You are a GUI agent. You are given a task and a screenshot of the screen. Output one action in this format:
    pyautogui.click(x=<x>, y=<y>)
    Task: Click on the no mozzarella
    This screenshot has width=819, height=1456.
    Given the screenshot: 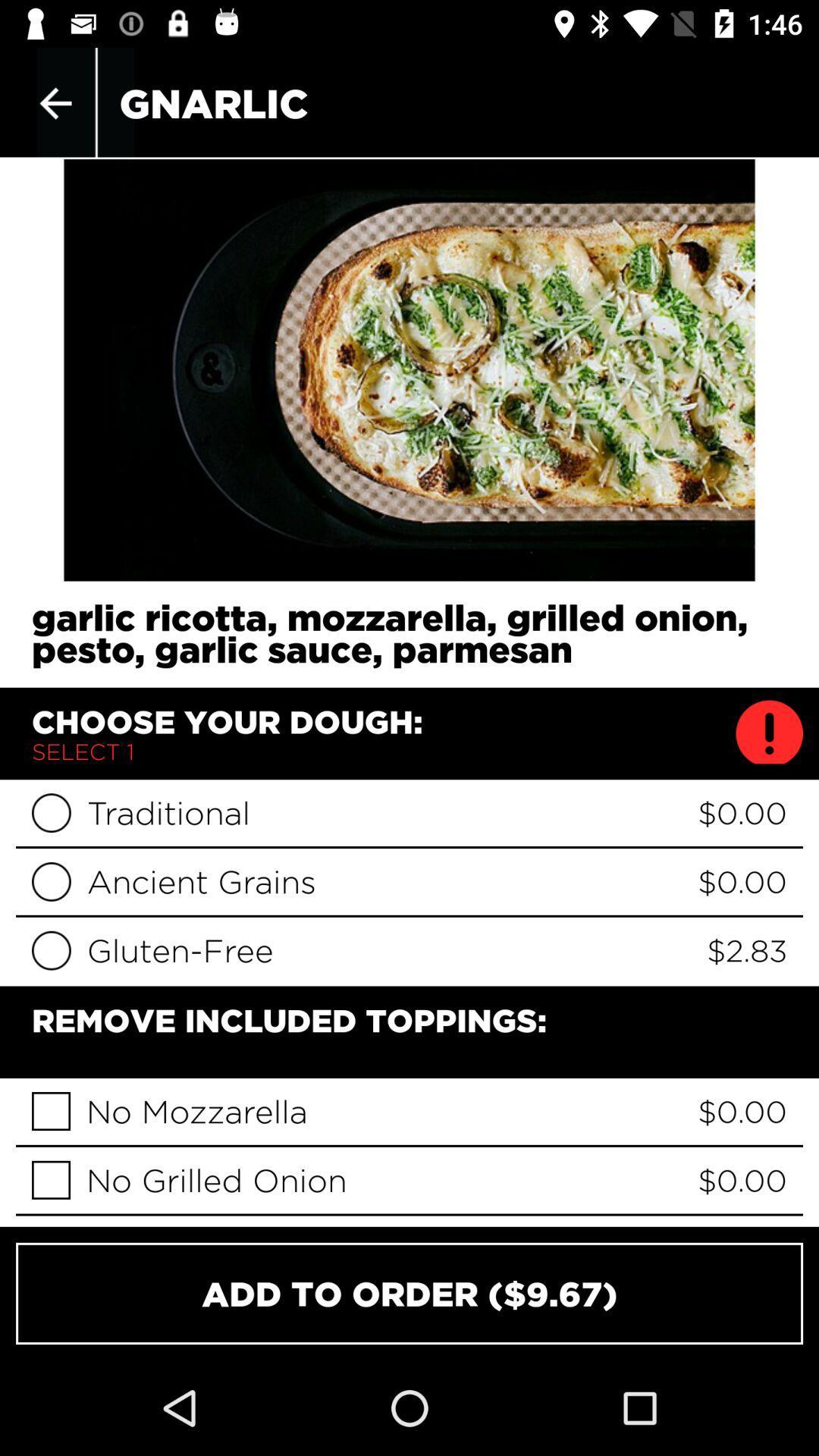 What is the action you would take?
    pyautogui.click(x=50, y=1111)
    